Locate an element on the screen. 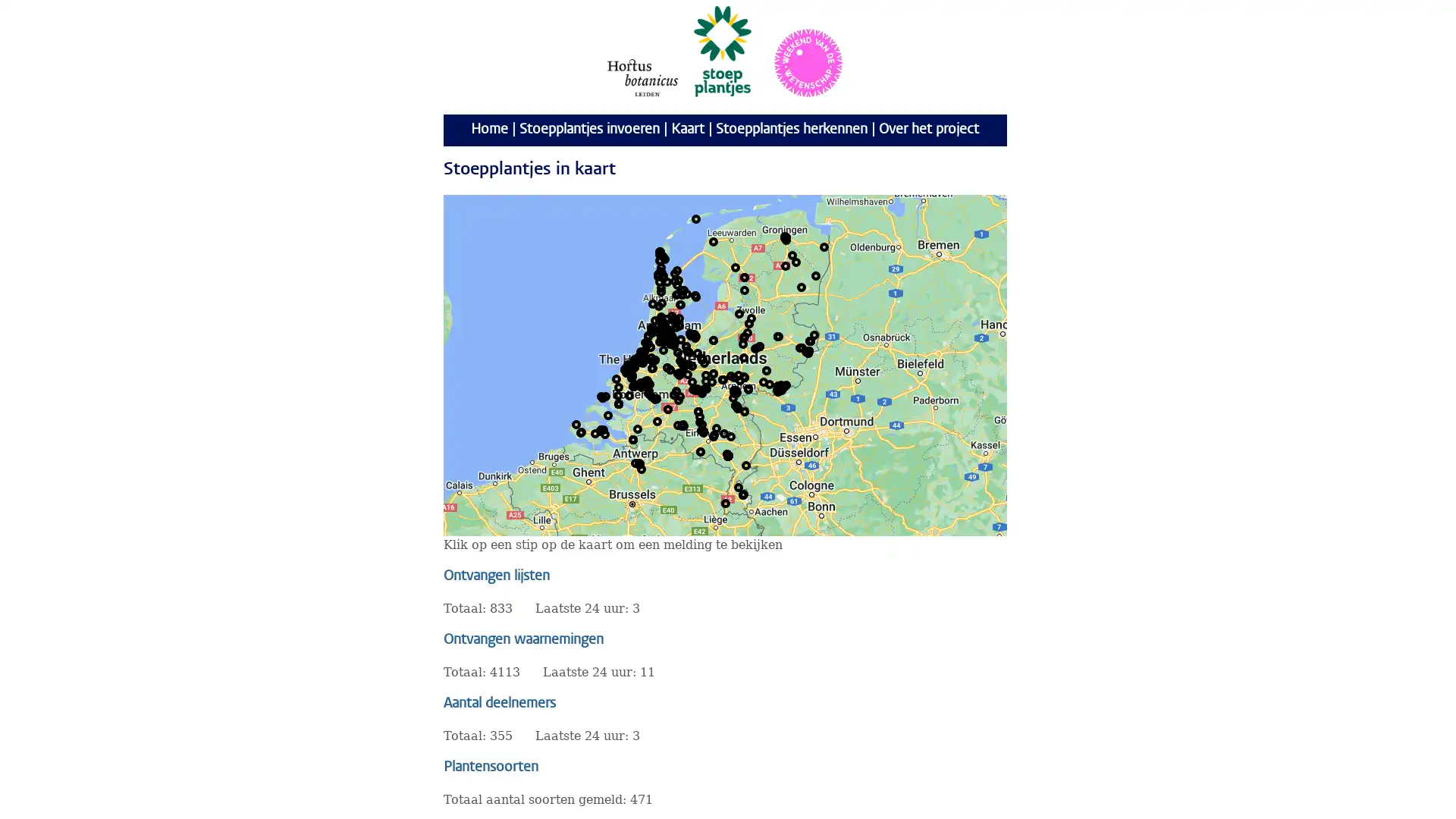 This screenshot has width=1456, height=819. Telling van op 21 oktober 2021 is located at coordinates (665, 333).